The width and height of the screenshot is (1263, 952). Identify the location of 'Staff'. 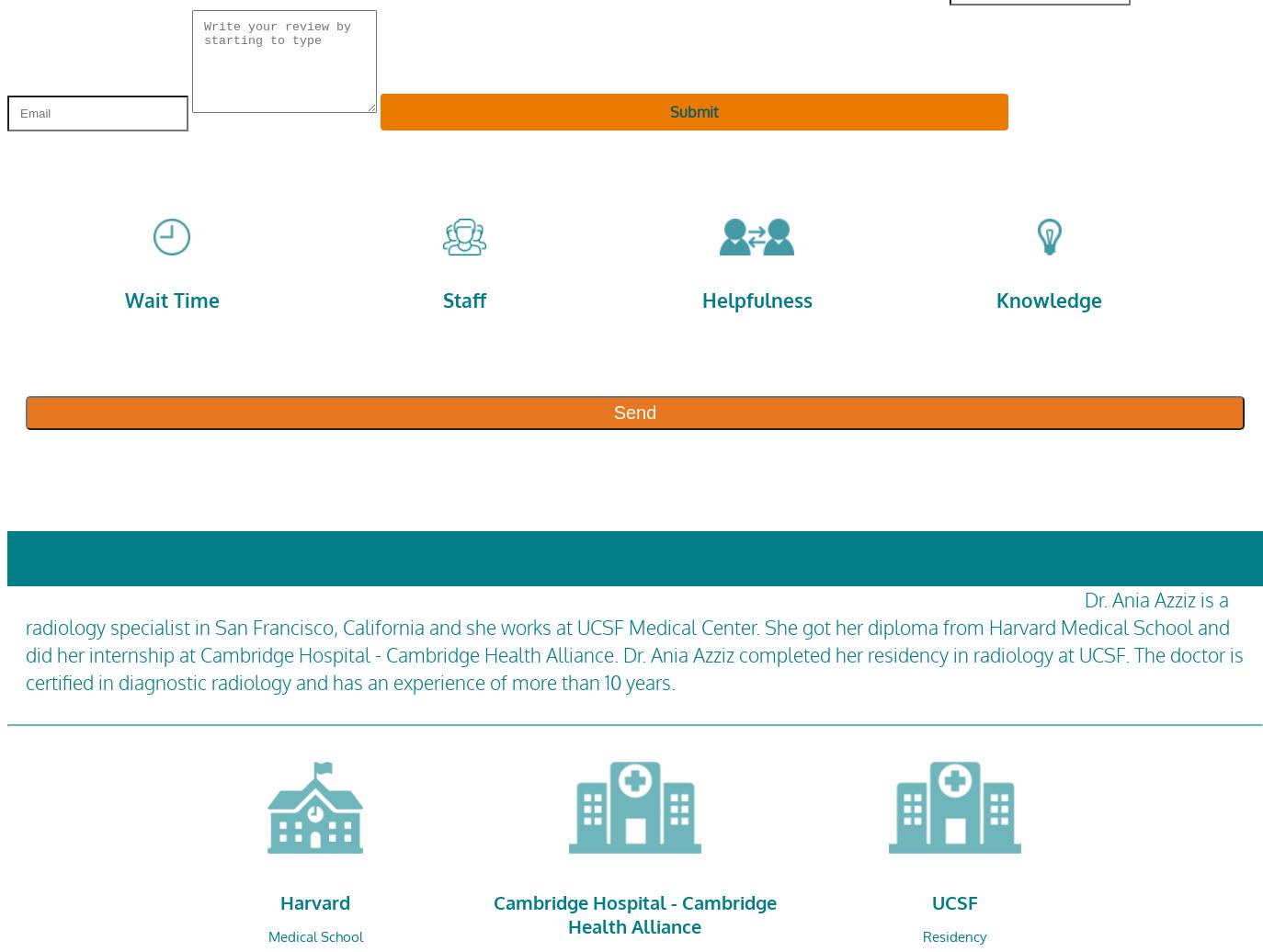
(463, 299).